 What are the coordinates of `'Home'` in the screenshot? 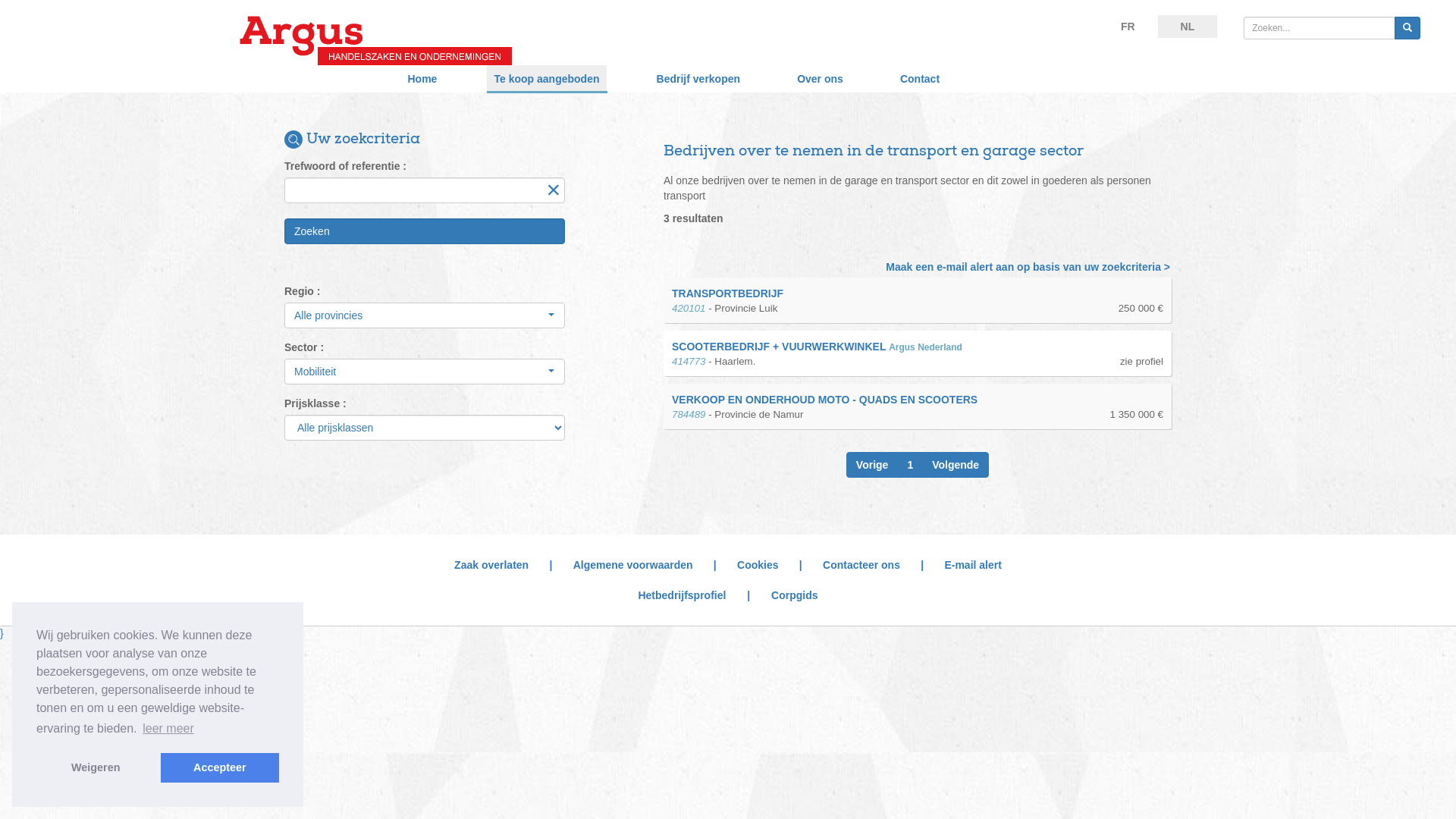 It's located at (422, 79).